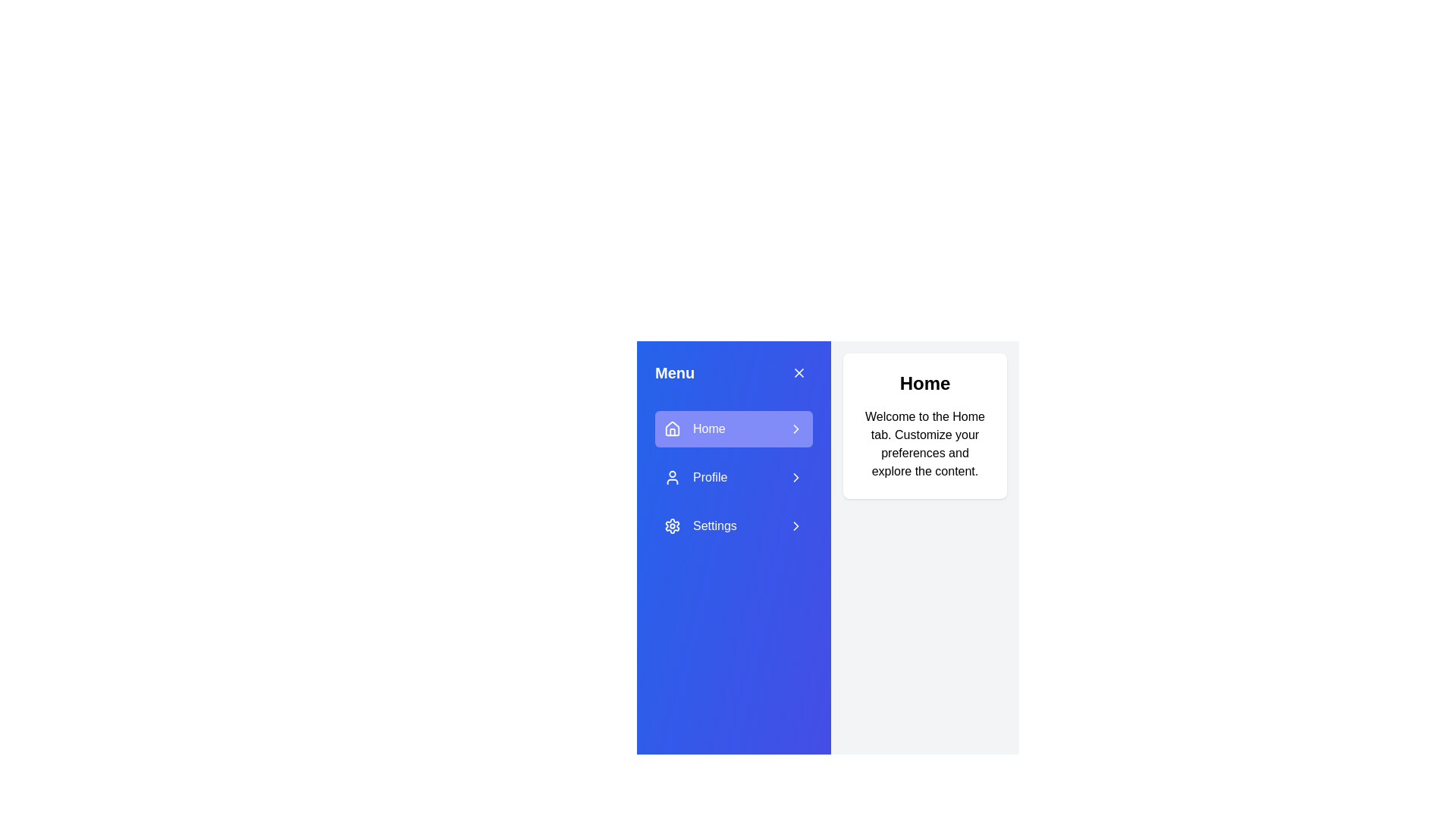  I want to click on the 'X' icon located in the top-right corner of the blue sidebar section, adjacent, so click(799, 373).